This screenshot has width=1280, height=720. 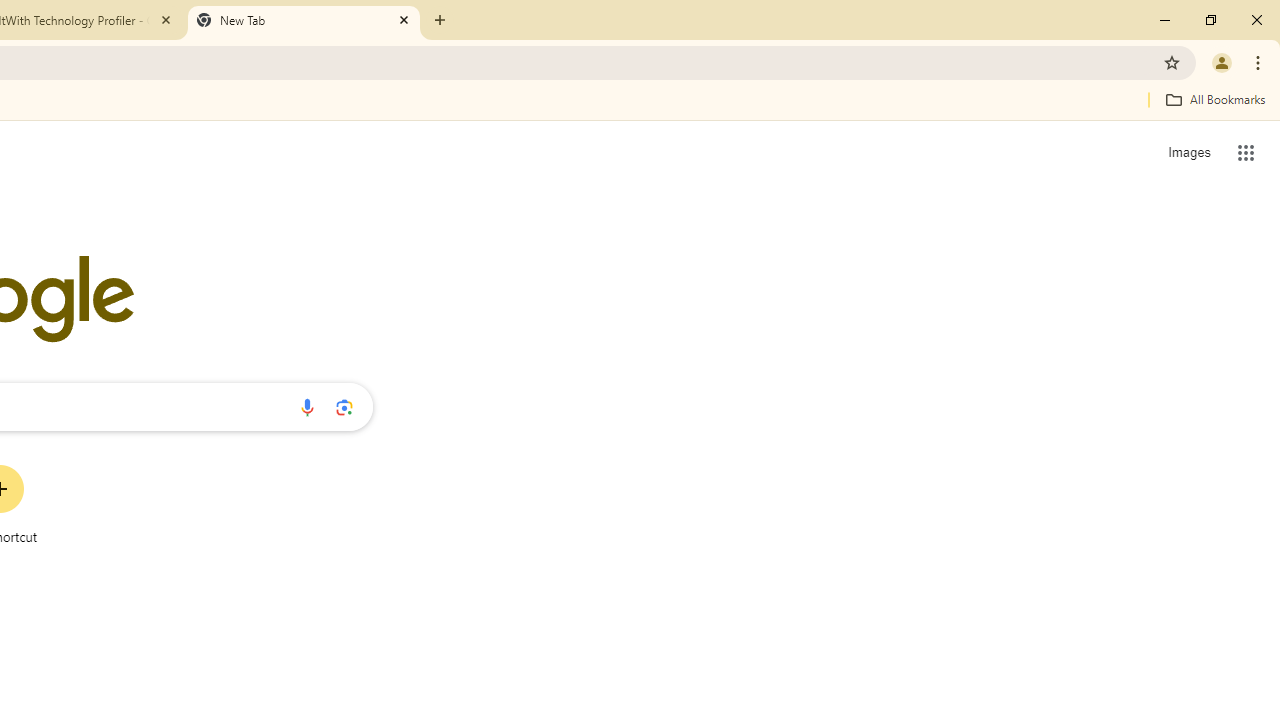 I want to click on 'Bookmark this tab', so click(x=1171, y=61).